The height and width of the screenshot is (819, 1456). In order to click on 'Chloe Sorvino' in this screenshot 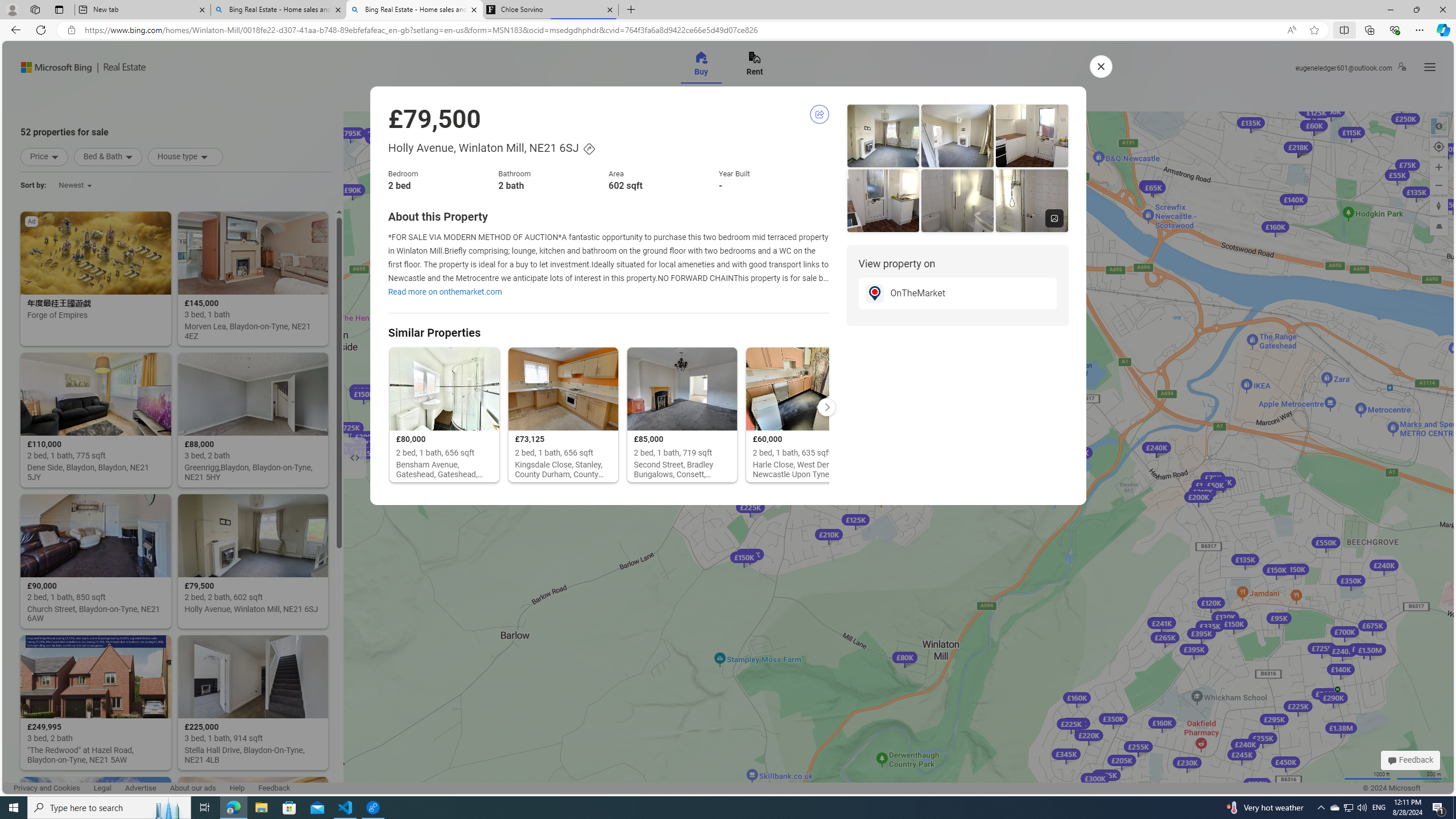, I will do `click(549, 9)`.